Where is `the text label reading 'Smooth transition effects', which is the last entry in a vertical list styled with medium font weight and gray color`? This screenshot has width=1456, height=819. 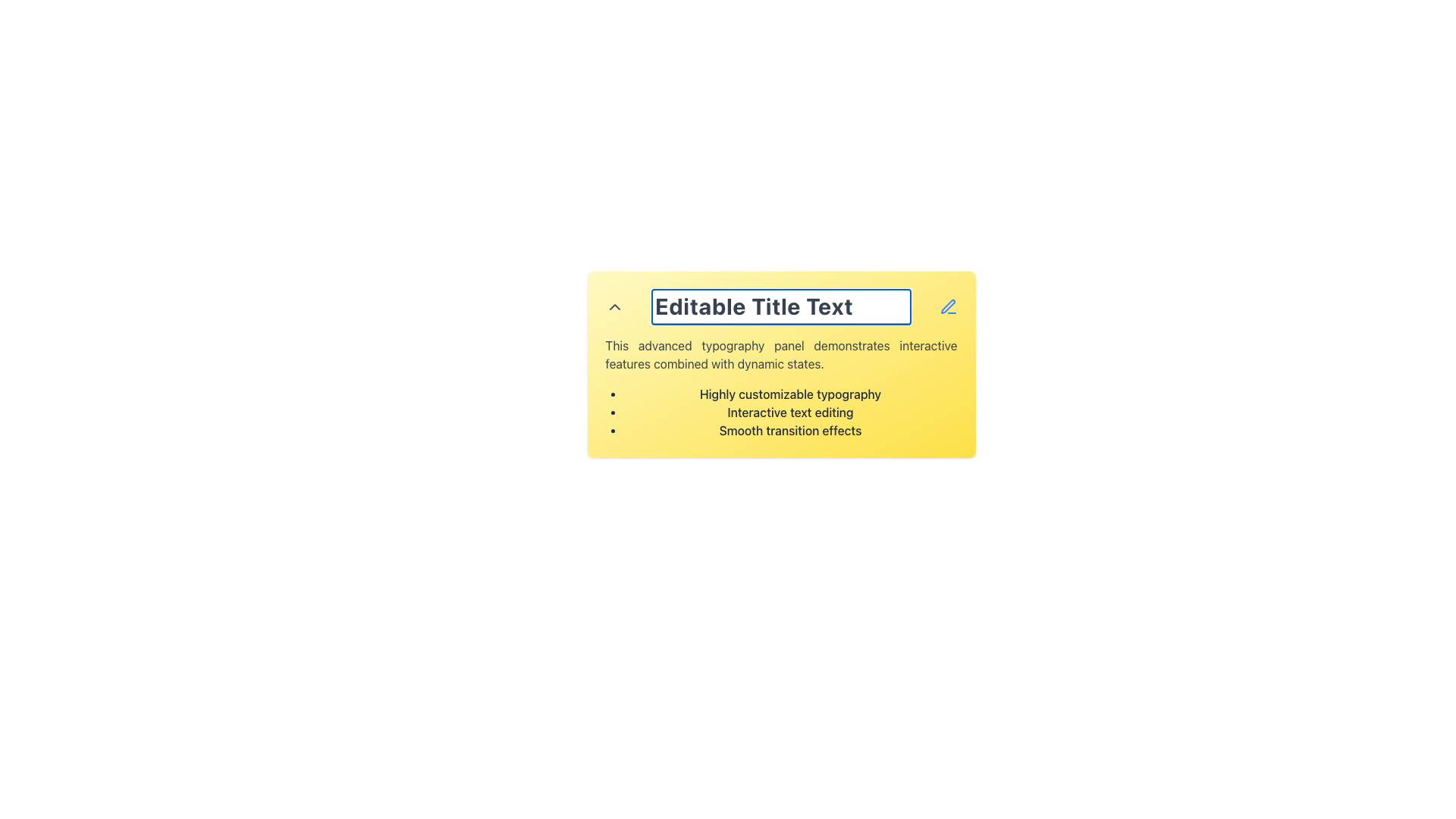
the text label reading 'Smooth transition effects', which is the last entry in a vertical list styled with medium font weight and gray color is located at coordinates (789, 430).